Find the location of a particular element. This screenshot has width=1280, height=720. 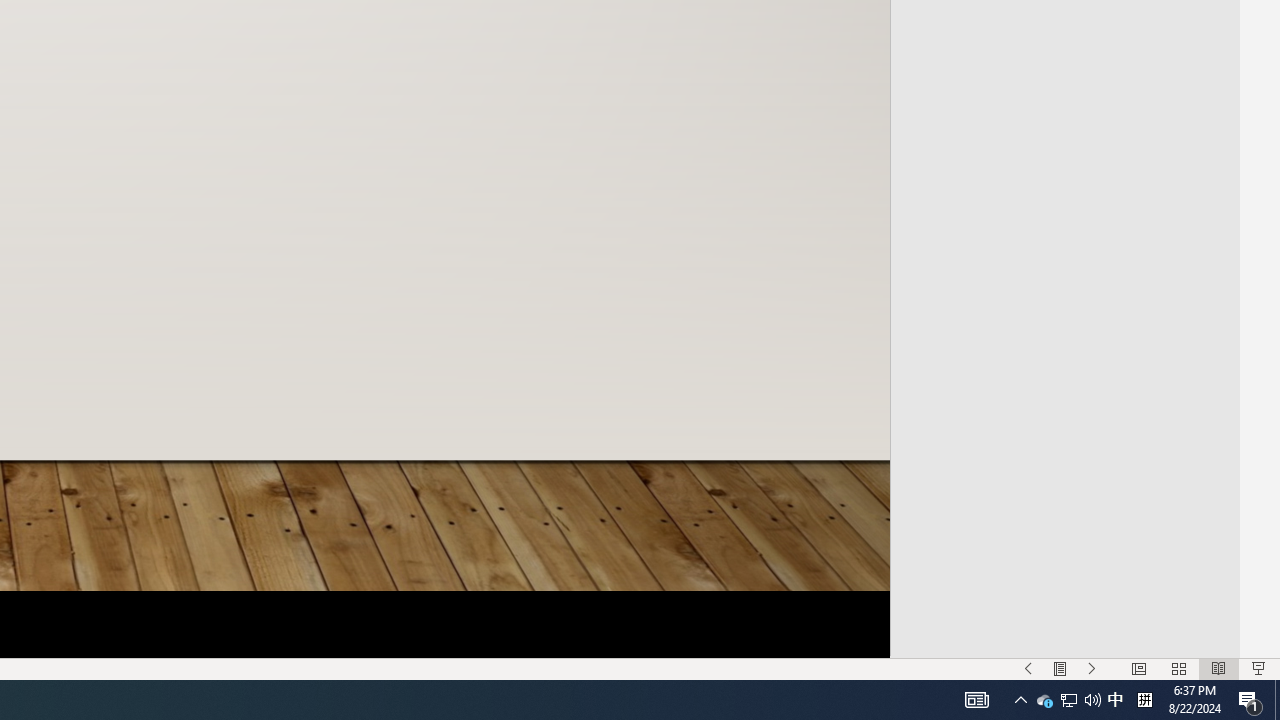

'Slide Sorter' is located at coordinates (1178, 669).